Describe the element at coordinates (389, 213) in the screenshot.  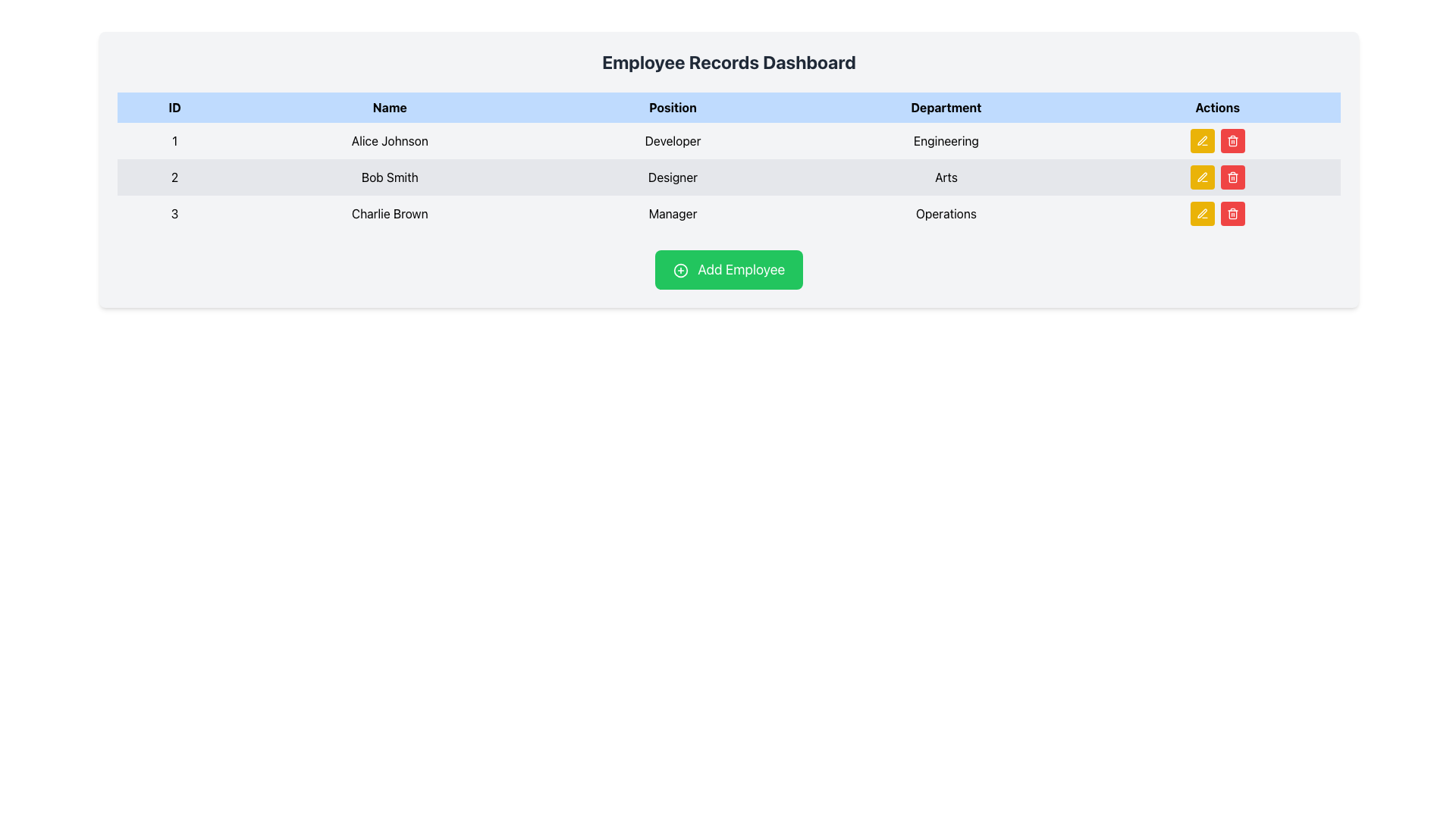
I see `on the table cell containing the name 'Charlie Brown' located in the second column of the middle row` at that location.